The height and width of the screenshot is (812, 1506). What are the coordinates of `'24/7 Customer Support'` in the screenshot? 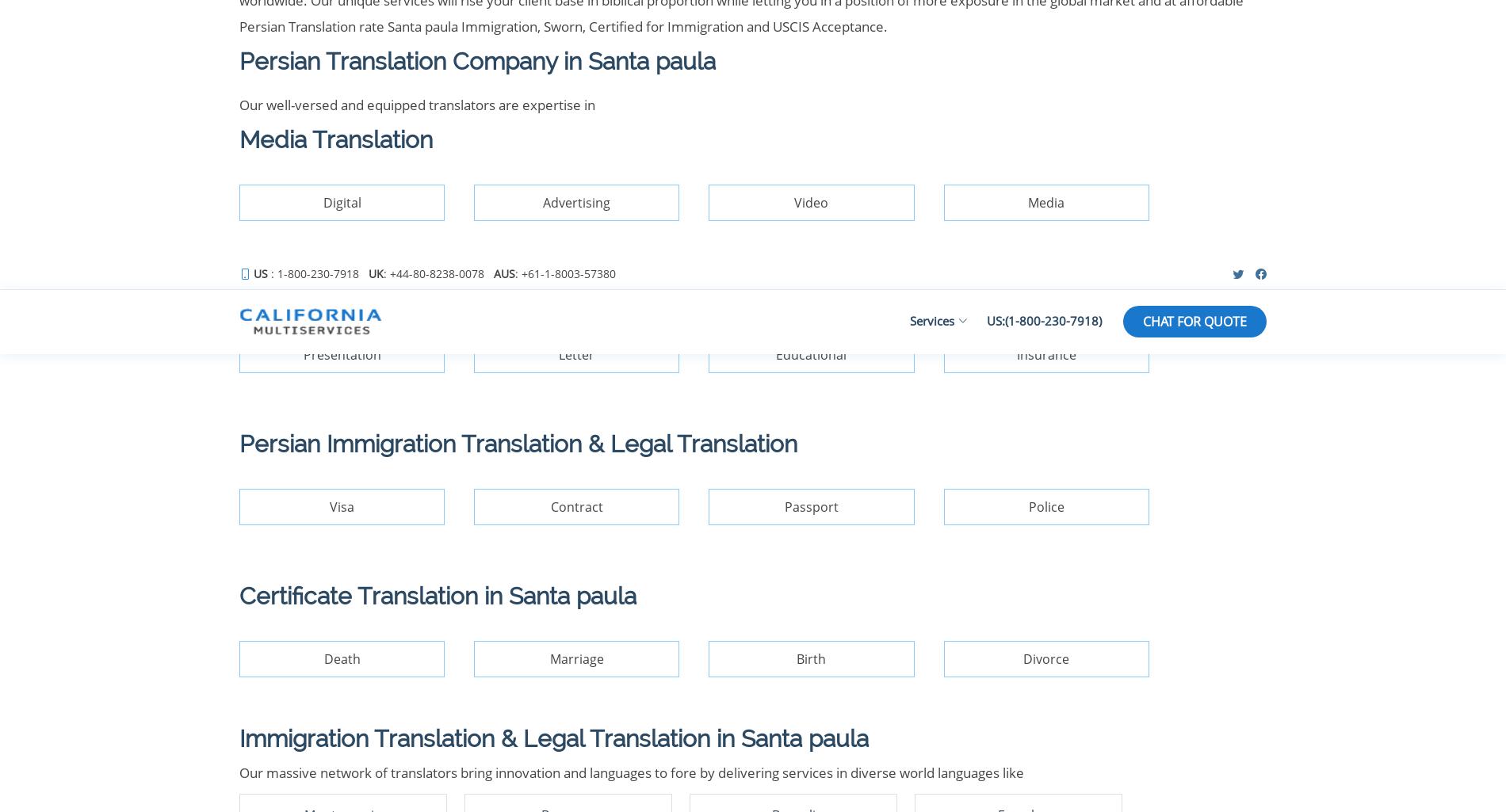 It's located at (1057, 256).